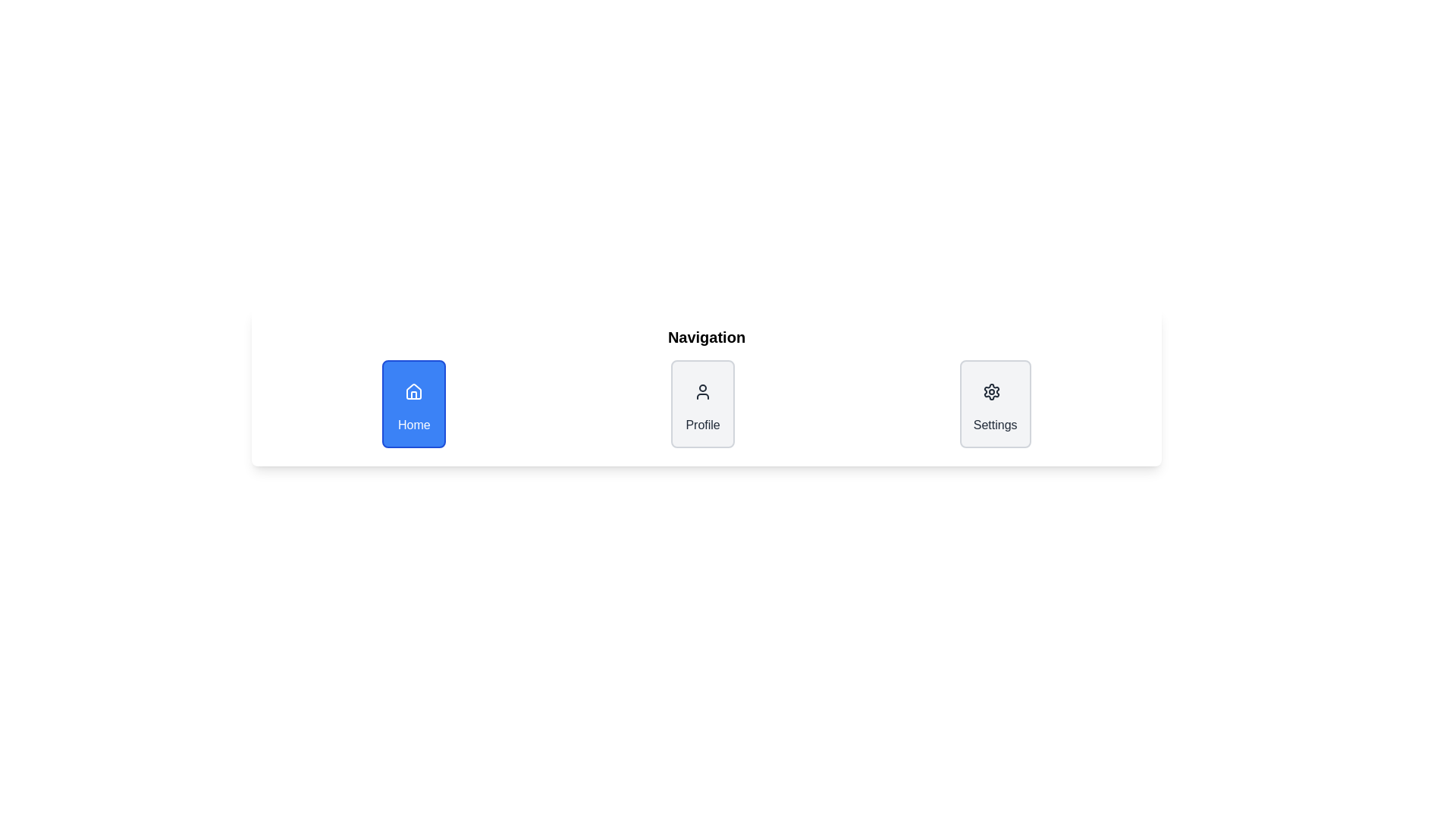  What do you see at coordinates (701, 424) in the screenshot?
I see `the 'Profile' text label located below the user icon in the navigation panel` at bounding box center [701, 424].